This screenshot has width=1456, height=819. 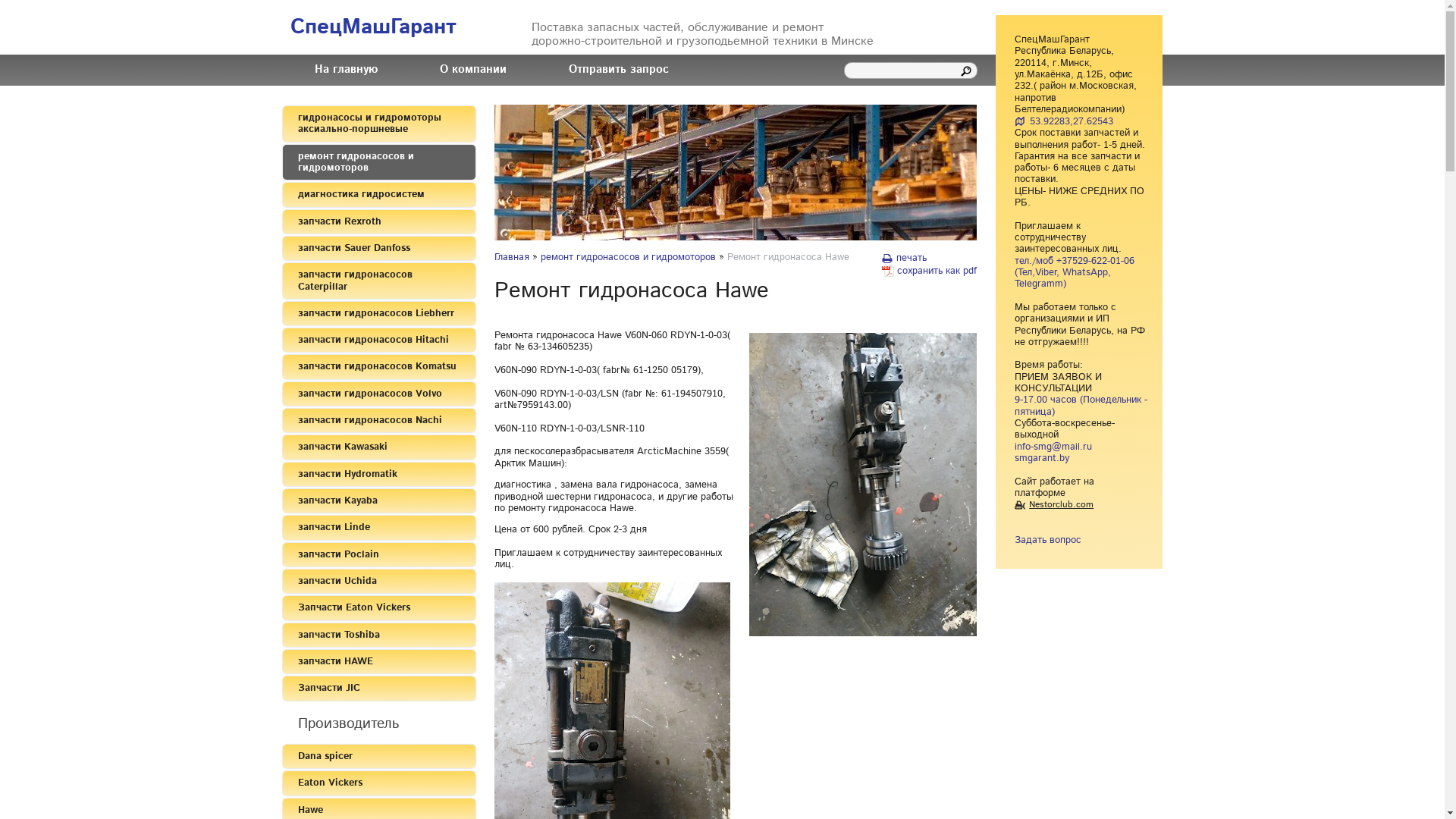 I want to click on '53.92283,27.62543', so click(x=1062, y=121).